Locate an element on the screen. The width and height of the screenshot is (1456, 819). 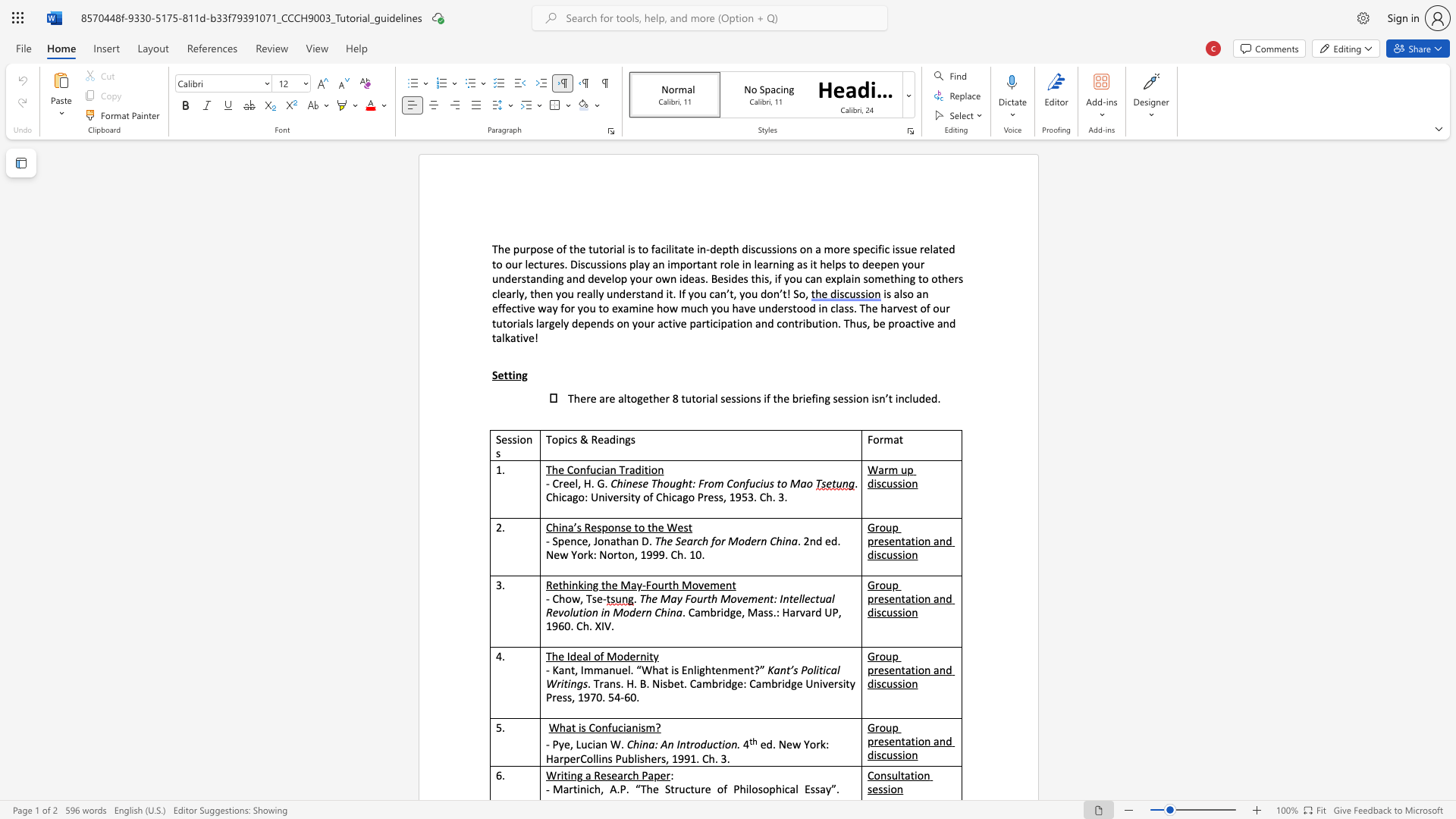
the 1th character "r" in the text is located at coordinates (546, 322).